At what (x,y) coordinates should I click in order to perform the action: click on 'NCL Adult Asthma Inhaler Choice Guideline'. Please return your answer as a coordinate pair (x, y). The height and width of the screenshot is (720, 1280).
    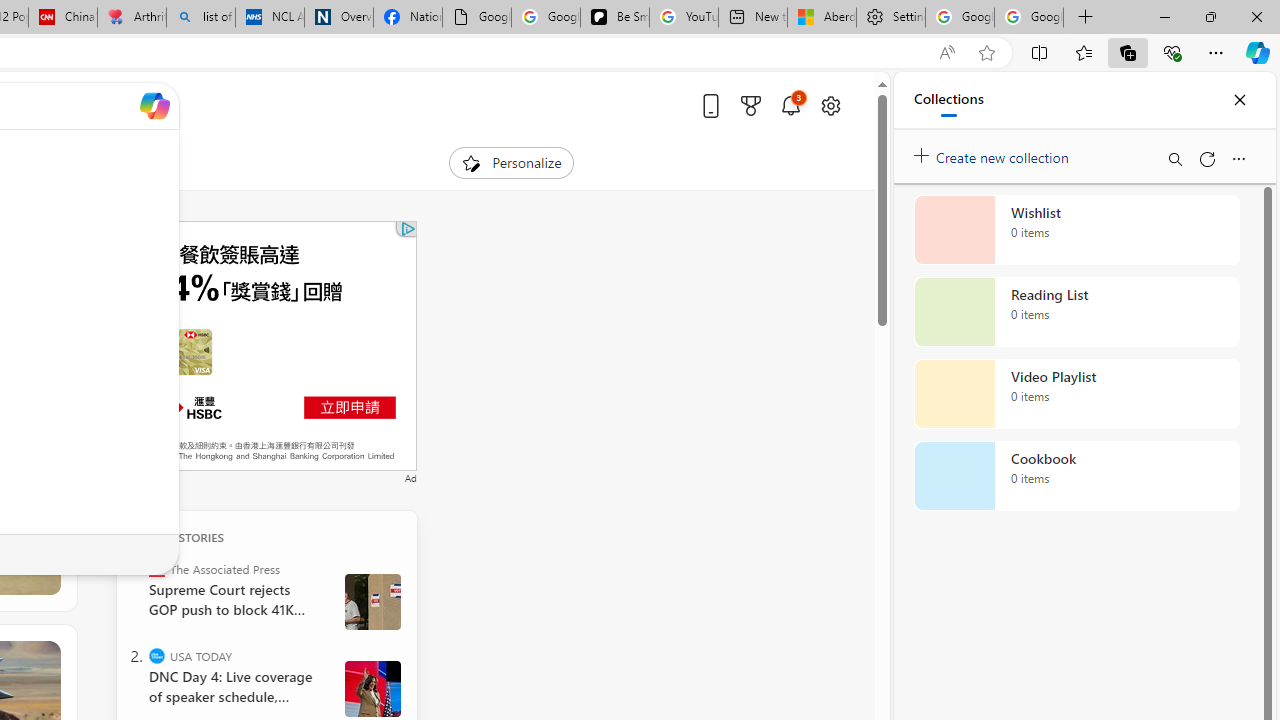
    Looking at the image, I should click on (269, 17).